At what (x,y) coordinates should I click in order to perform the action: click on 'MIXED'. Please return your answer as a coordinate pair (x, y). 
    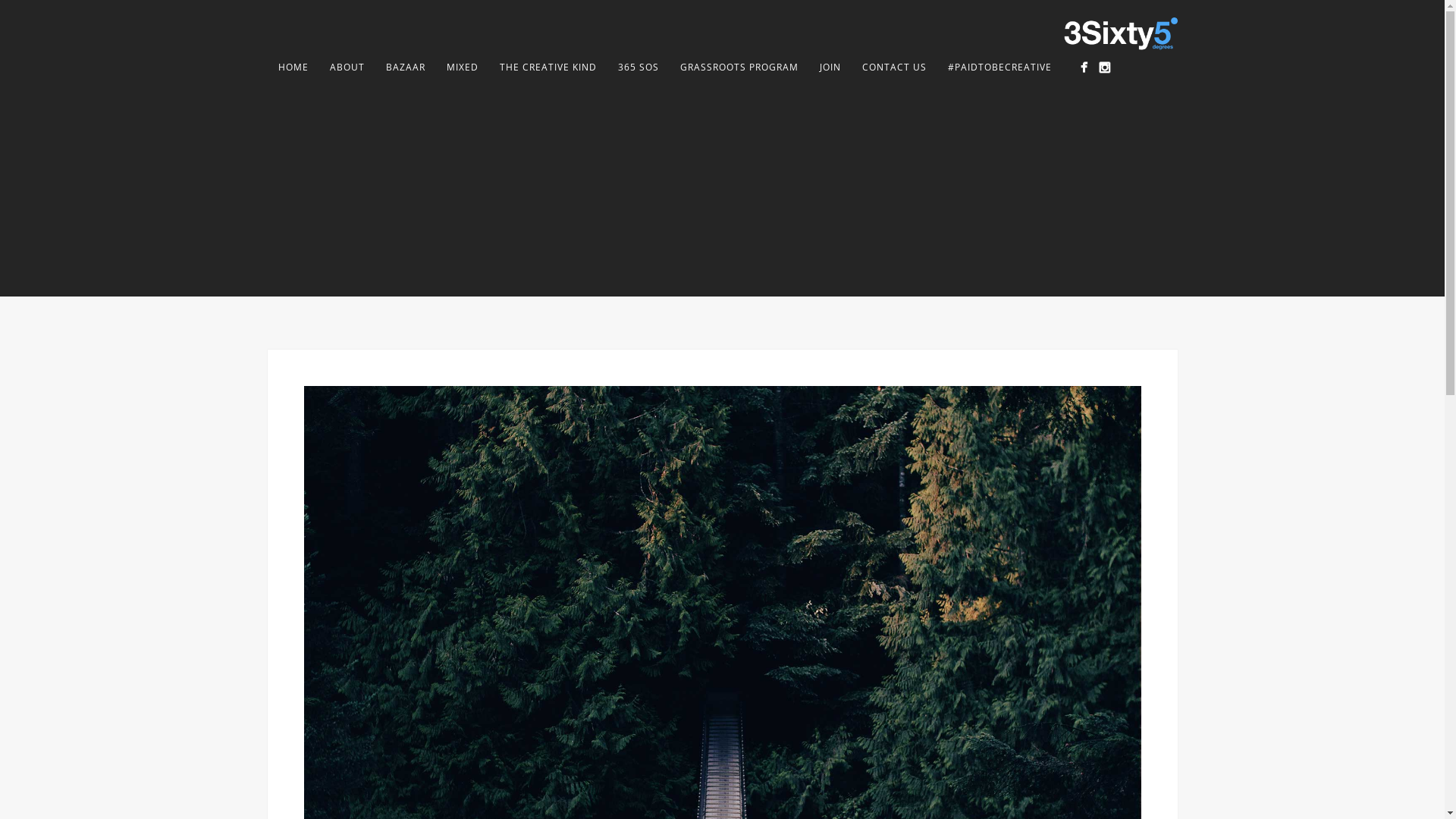
    Looking at the image, I should click on (435, 66).